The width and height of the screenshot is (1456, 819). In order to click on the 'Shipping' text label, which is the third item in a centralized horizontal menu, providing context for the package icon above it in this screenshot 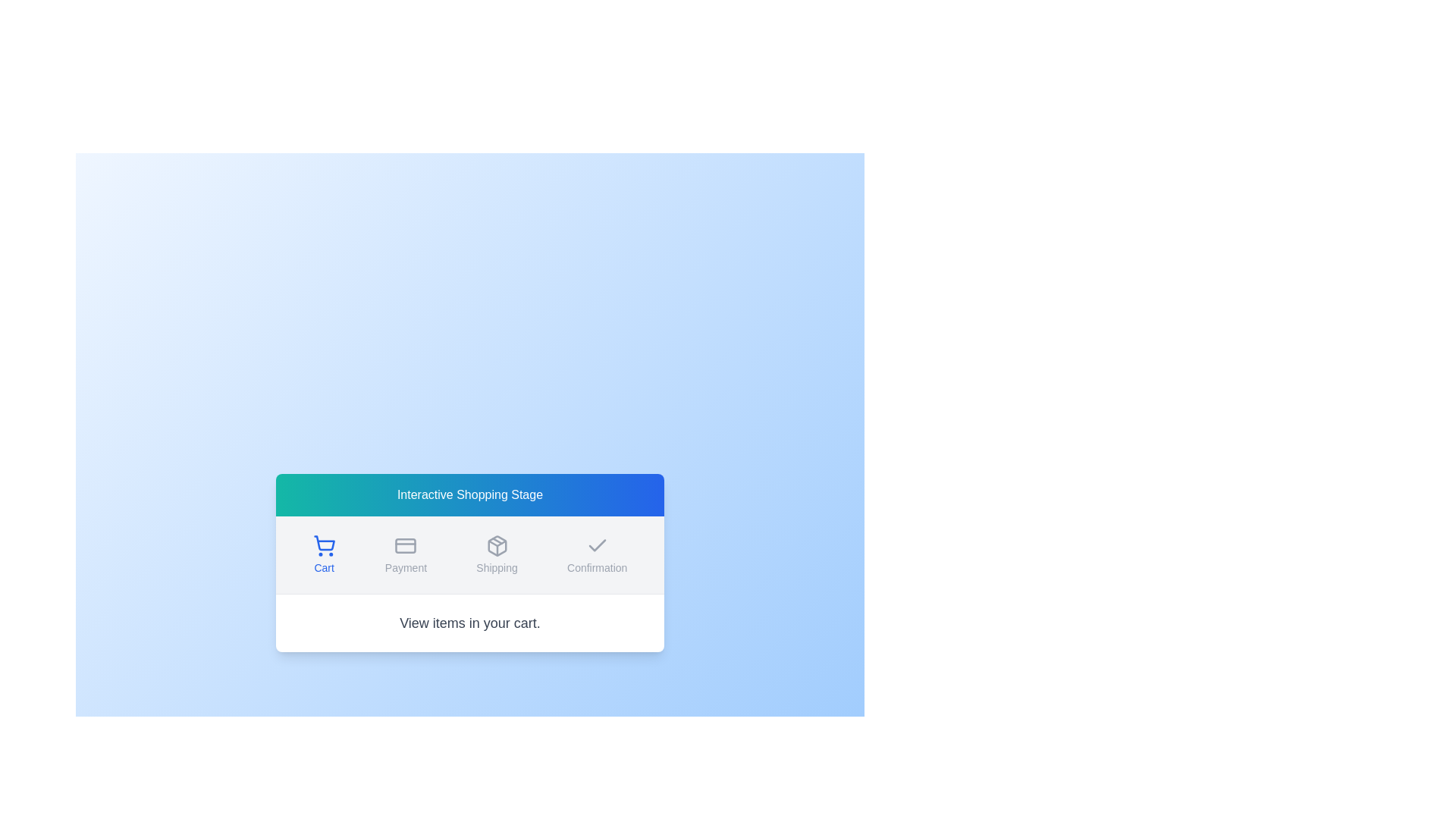, I will do `click(497, 567)`.